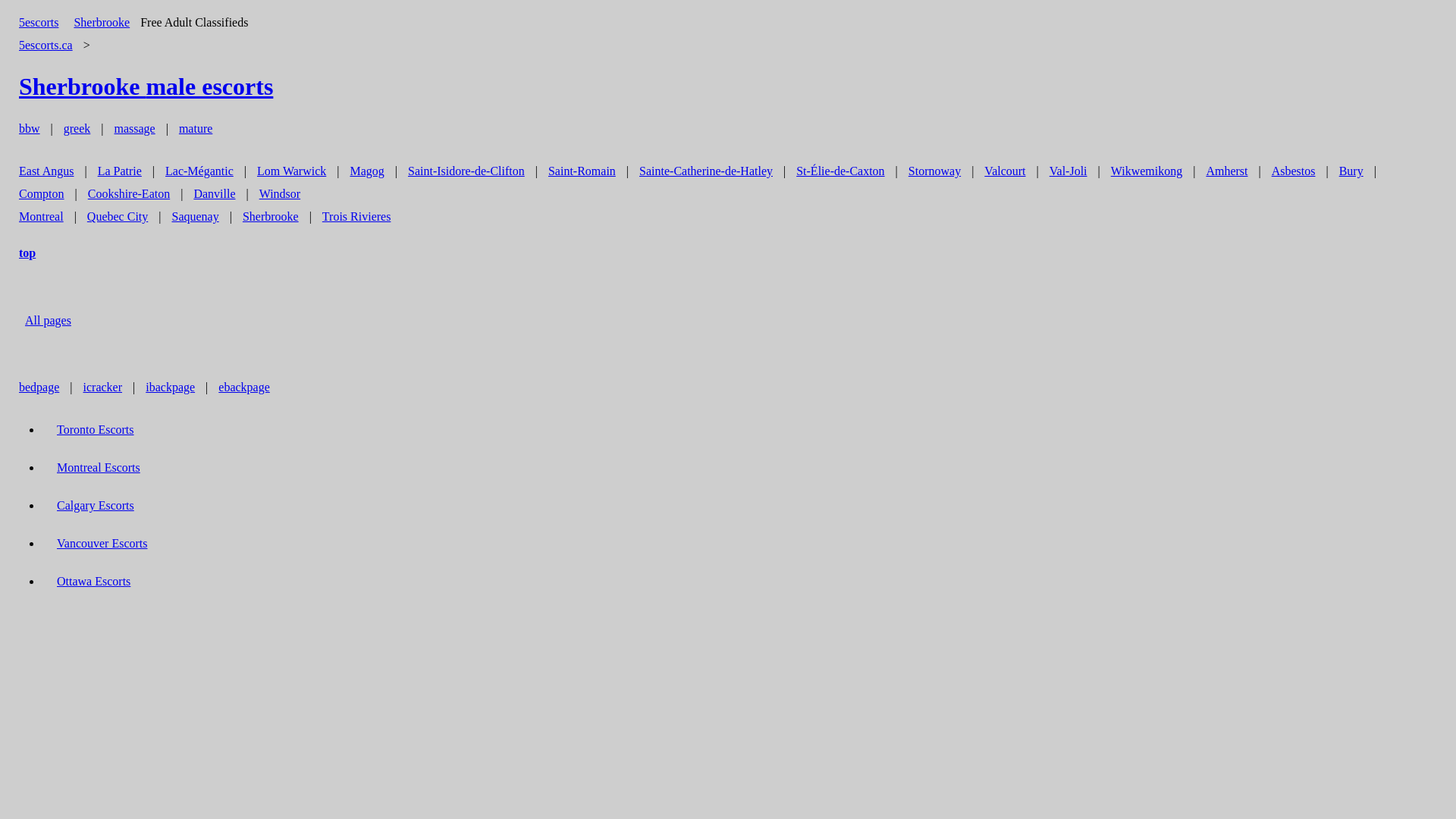  What do you see at coordinates (39, 386) in the screenshot?
I see `'bedpage'` at bounding box center [39, 386].